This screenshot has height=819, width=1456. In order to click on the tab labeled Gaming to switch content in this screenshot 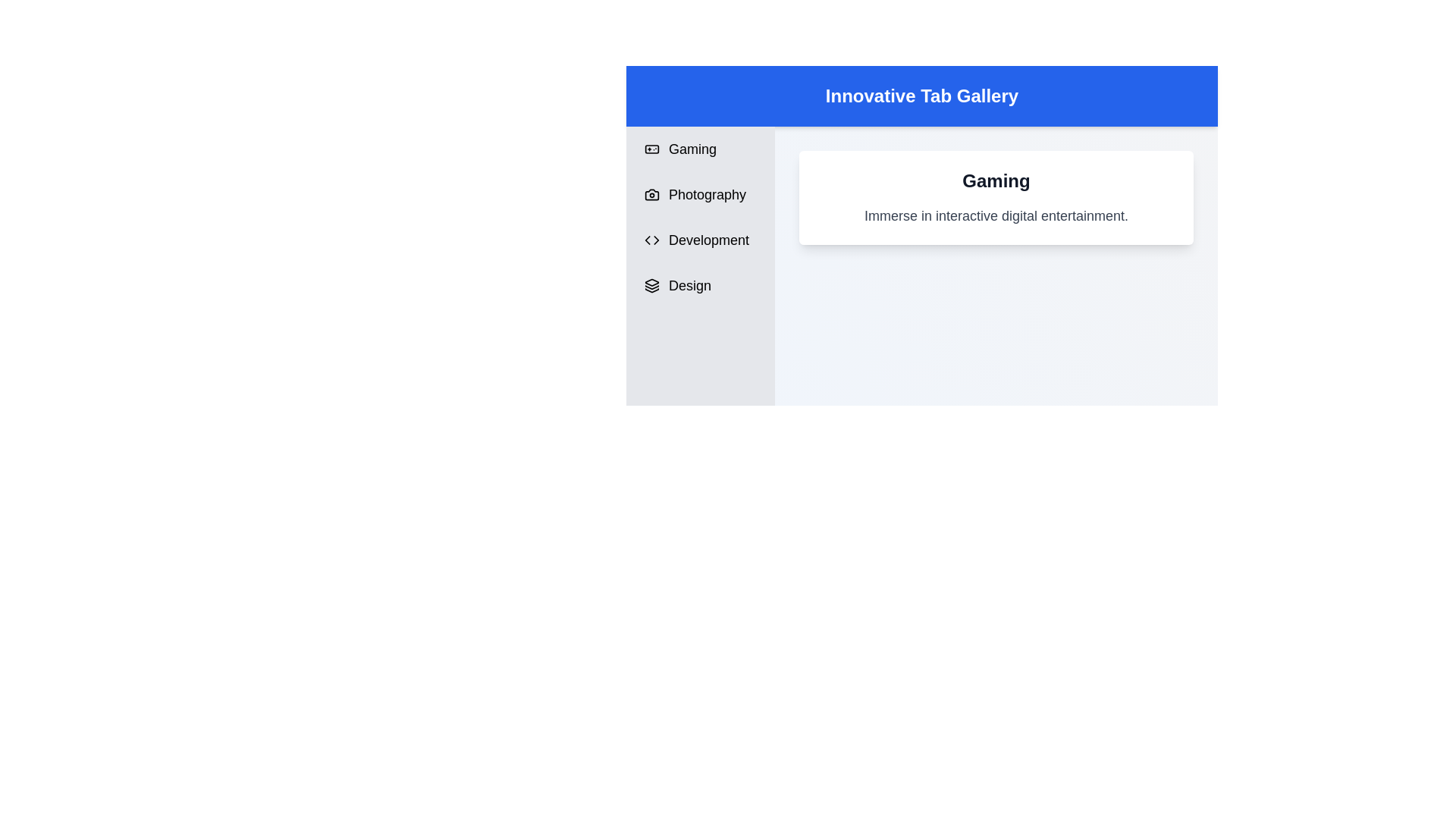, I will do `click(699, 149)`.